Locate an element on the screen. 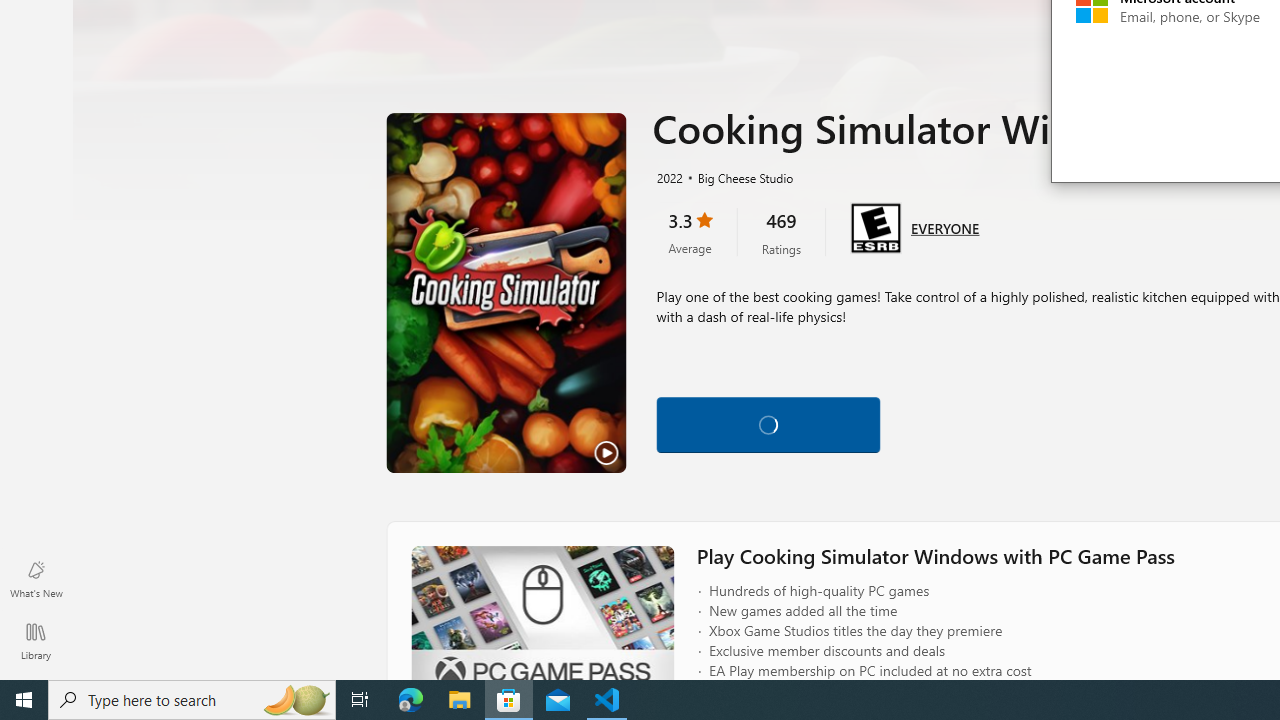  'File Explorer' is located at coordinates (459, 698).